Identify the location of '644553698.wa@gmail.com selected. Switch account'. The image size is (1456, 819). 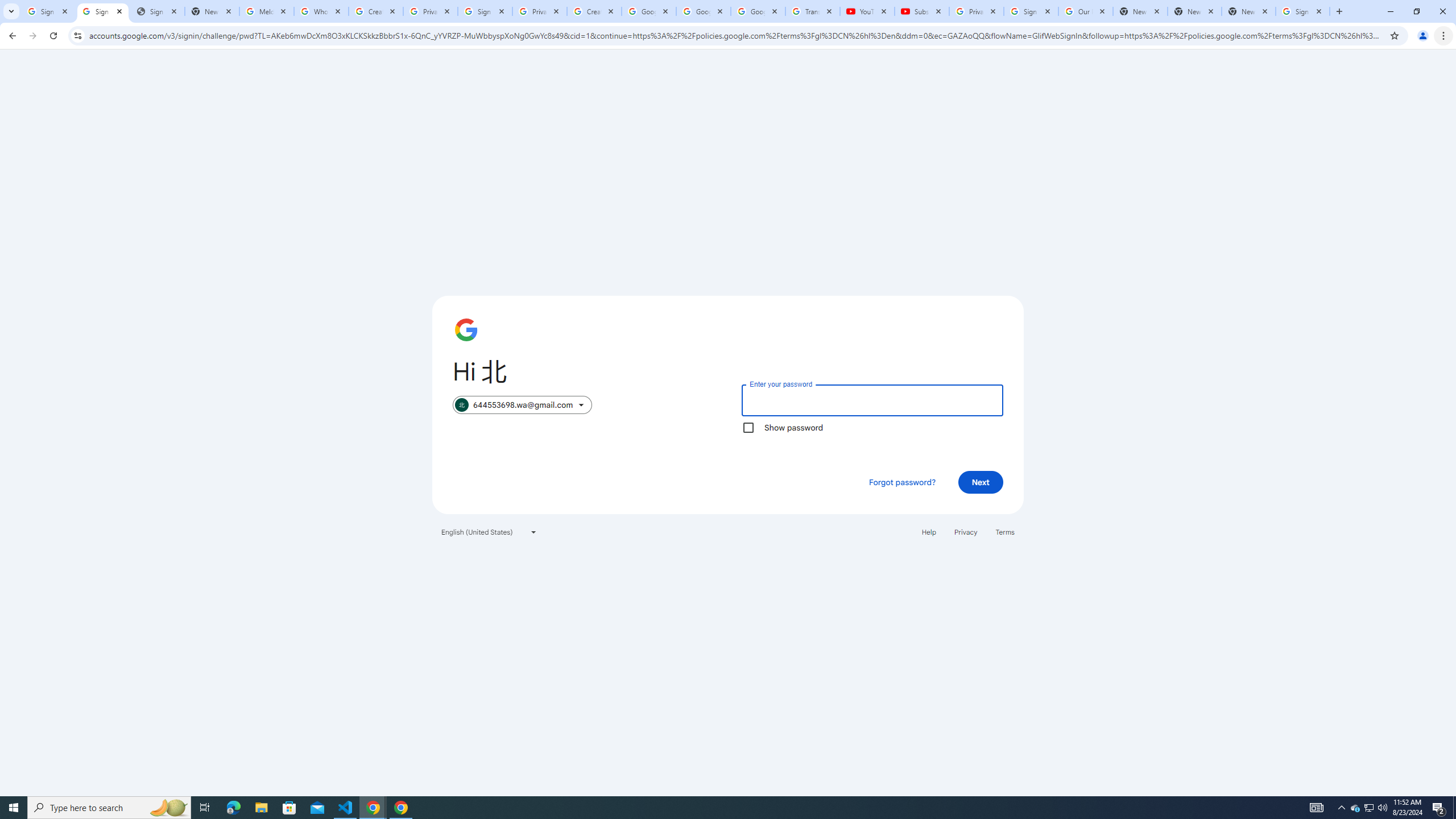
(522, 405).